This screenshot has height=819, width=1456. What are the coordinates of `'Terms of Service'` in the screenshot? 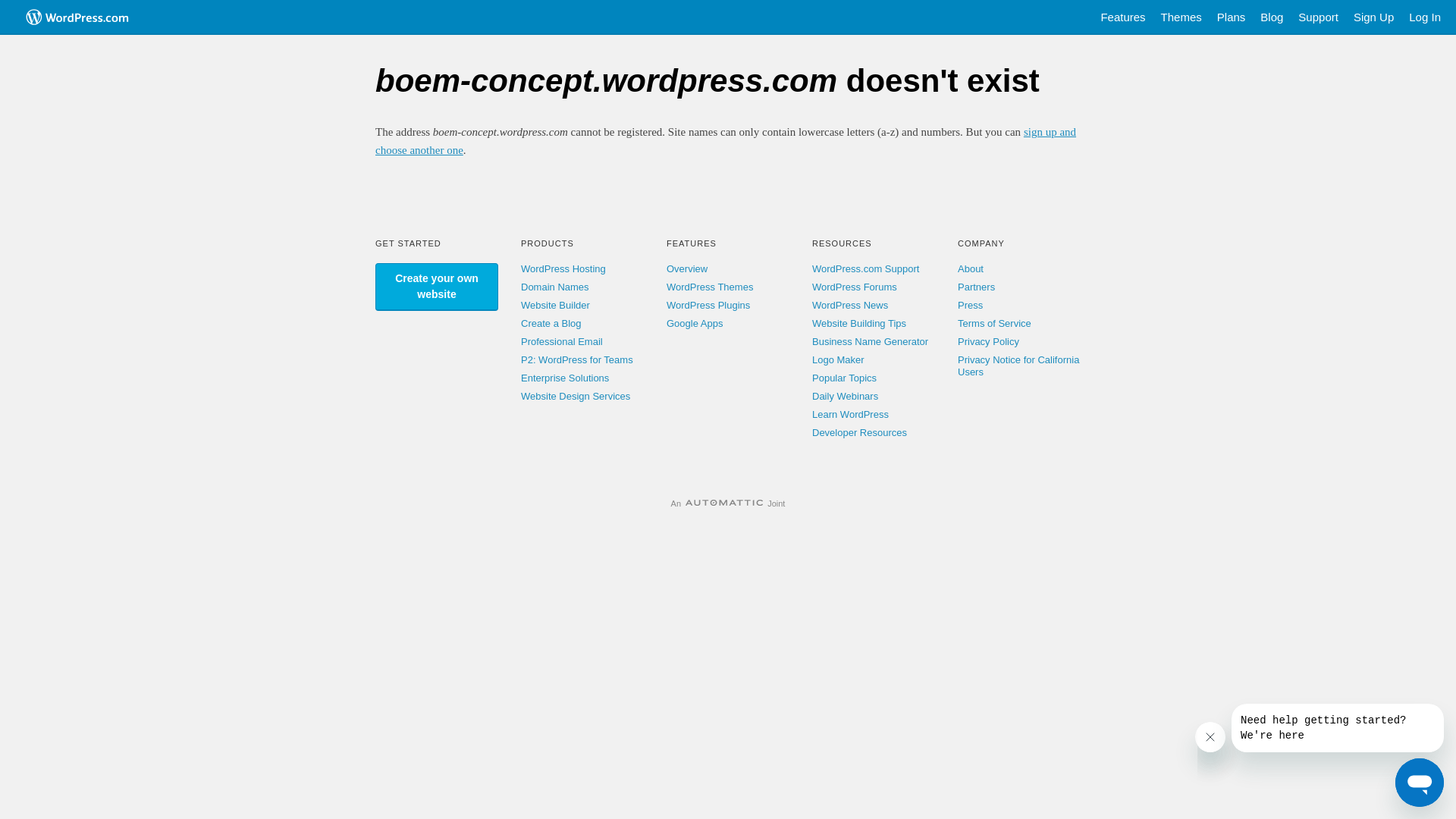 It's located at (994, 322).